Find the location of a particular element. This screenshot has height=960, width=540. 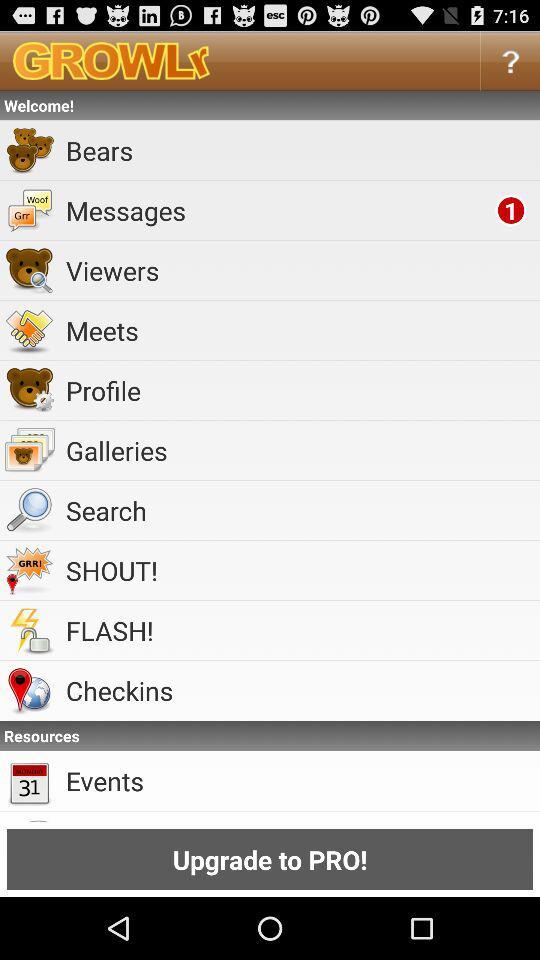

icon above the resources icon is located at coordinates (298, 690).